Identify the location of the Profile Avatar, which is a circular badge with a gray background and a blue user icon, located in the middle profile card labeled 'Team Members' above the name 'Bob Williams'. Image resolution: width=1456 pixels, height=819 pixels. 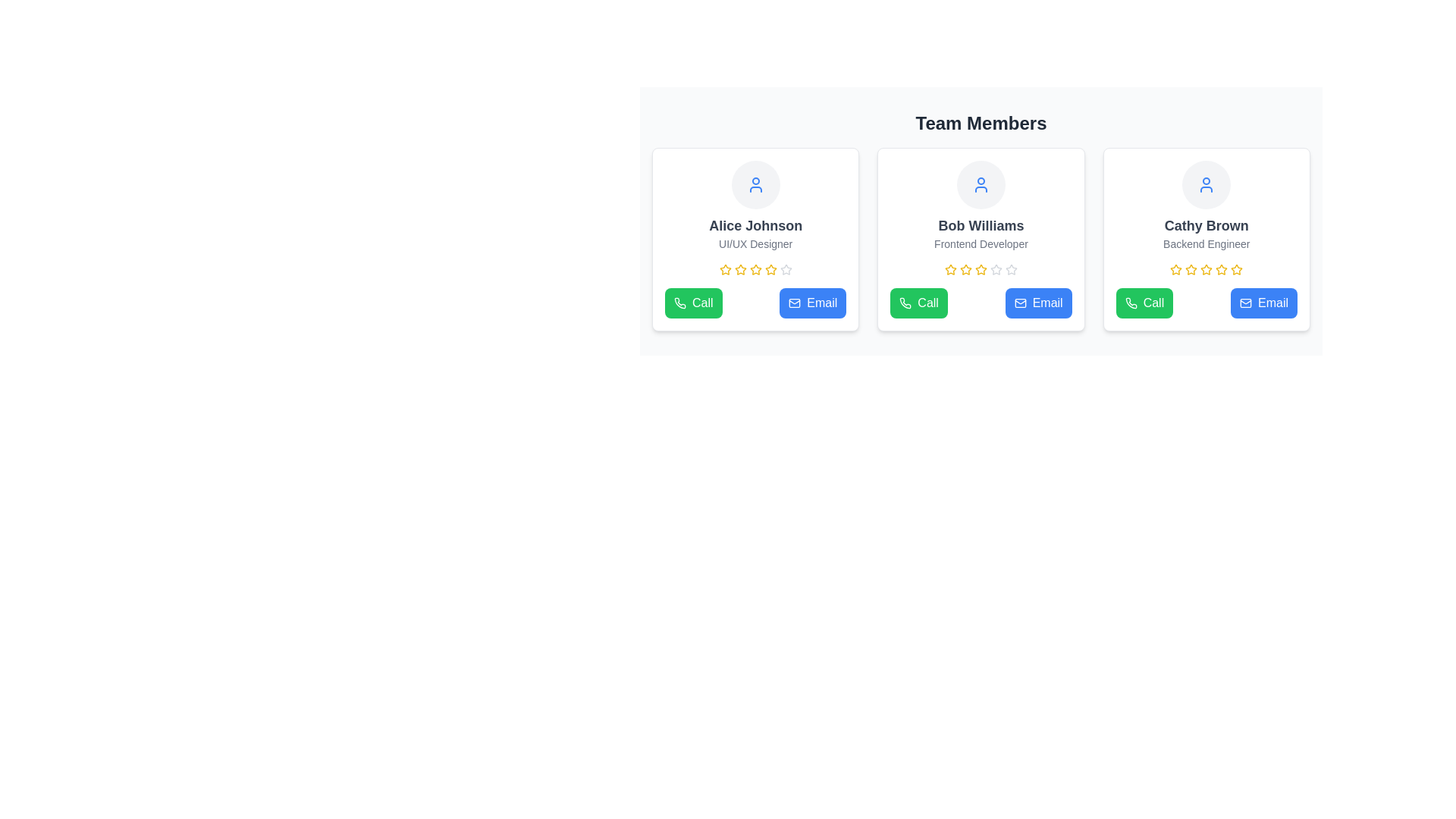
(981, 184).